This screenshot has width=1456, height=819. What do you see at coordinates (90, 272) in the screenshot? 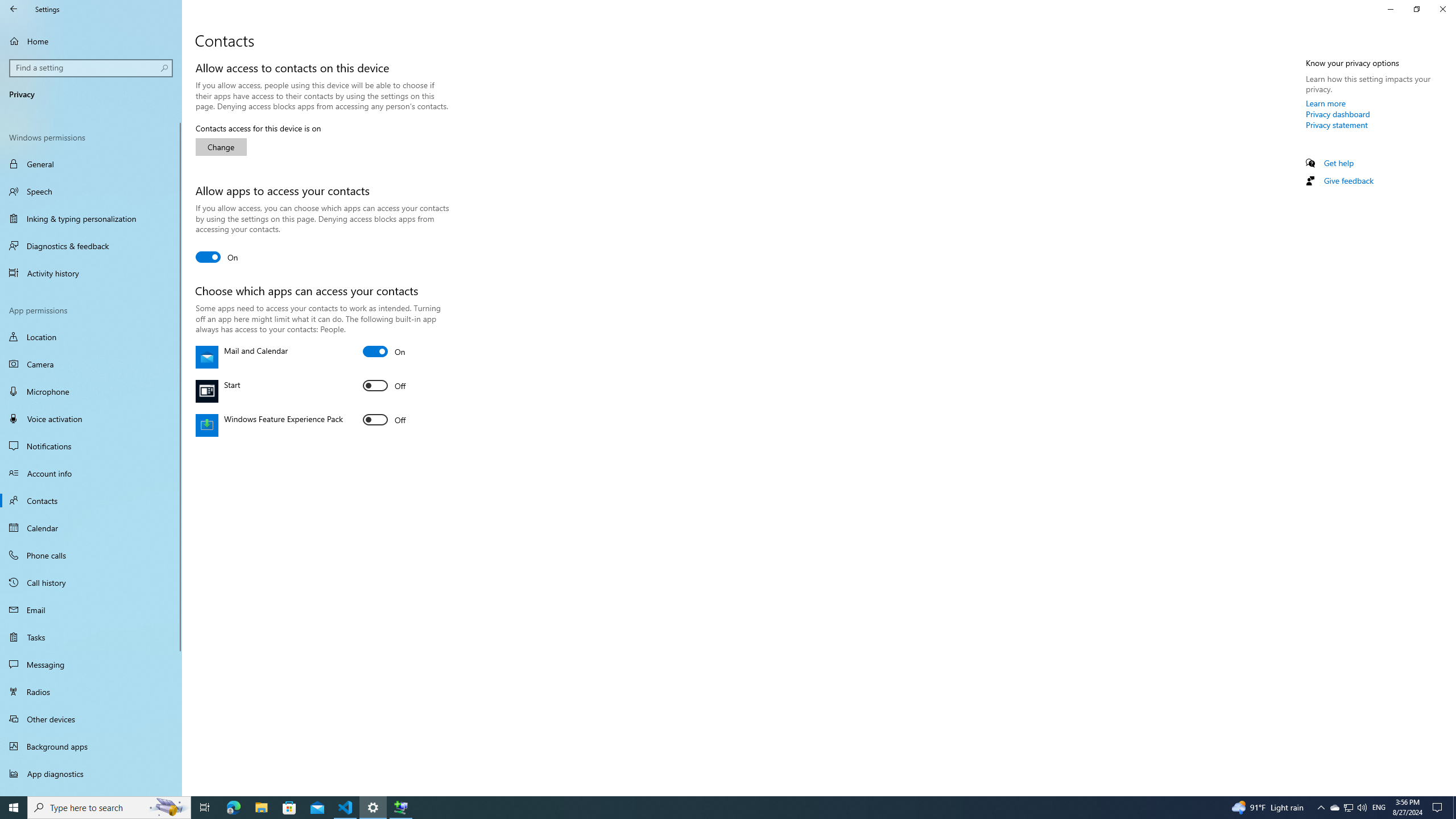
I see `'Activity history'` at bounding box center [90, 272].